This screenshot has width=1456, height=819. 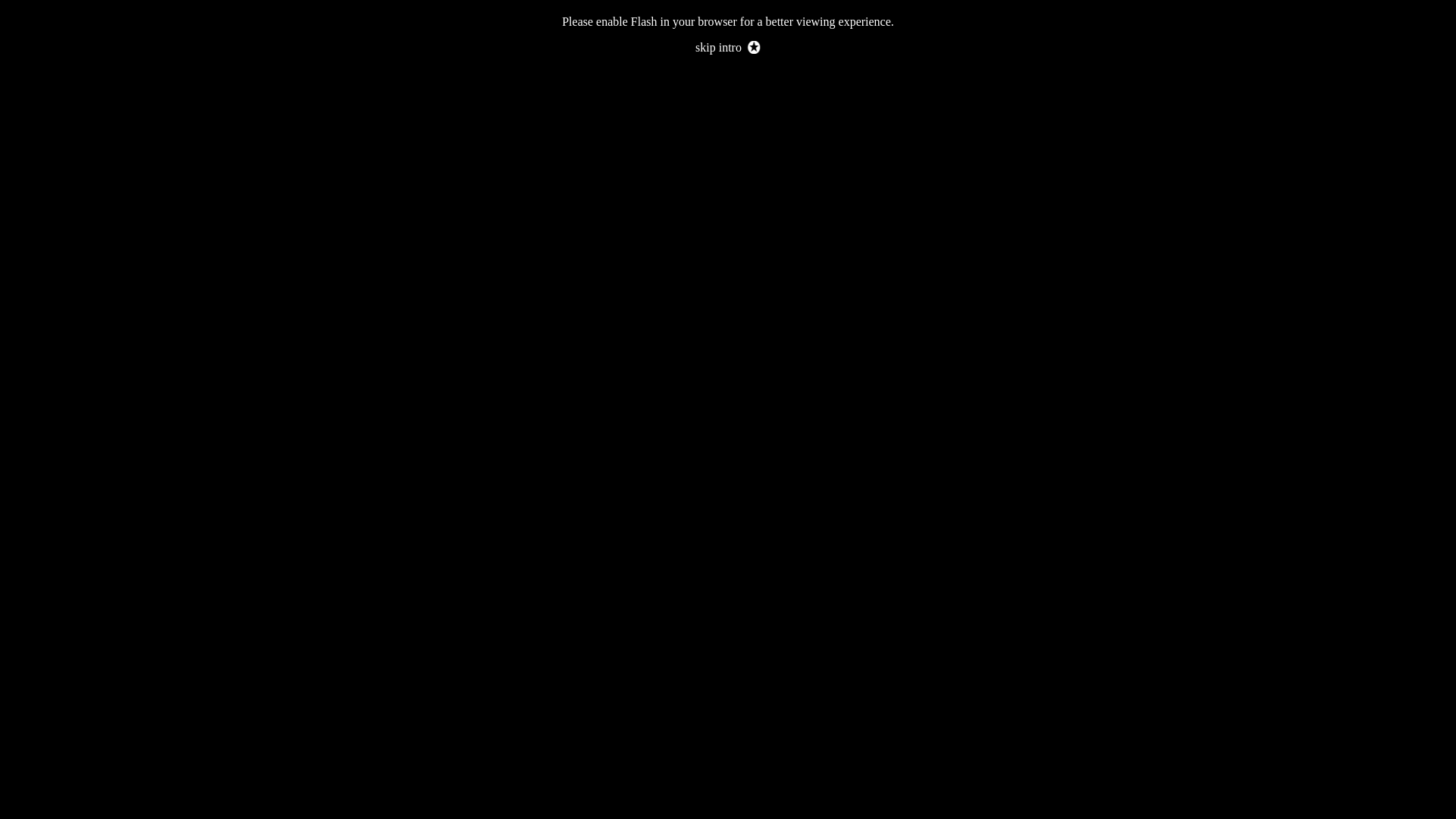 I want to click on 'skip intro', so click(x=728, y=46).